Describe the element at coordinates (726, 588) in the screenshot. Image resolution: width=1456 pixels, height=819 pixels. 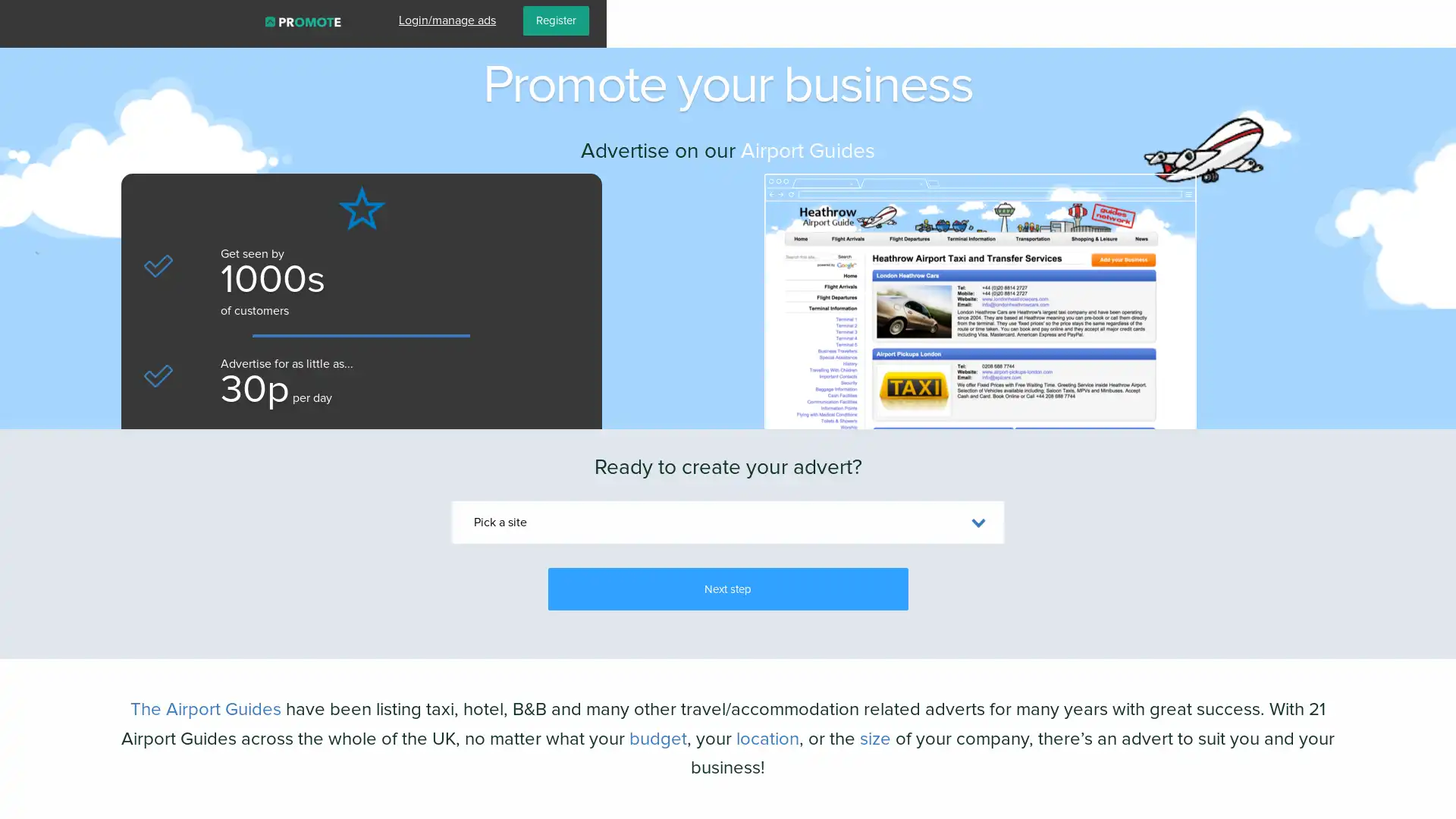
I see `Next step` at that location.